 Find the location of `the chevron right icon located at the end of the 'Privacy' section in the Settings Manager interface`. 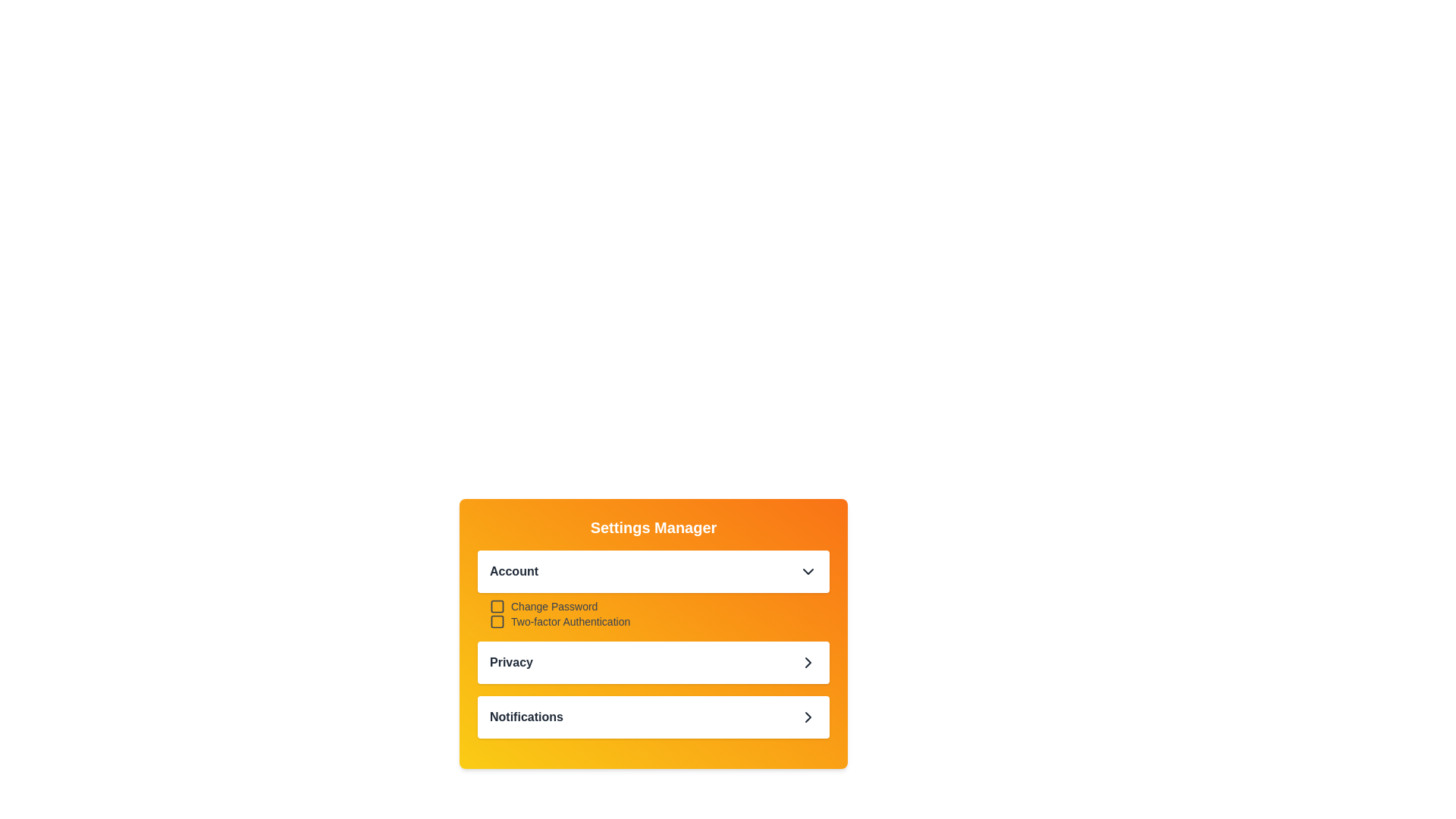

the chevron right icon located at the end of the 'Privacy' section in the Settings Manager interface is located at coordinates (807, 662).